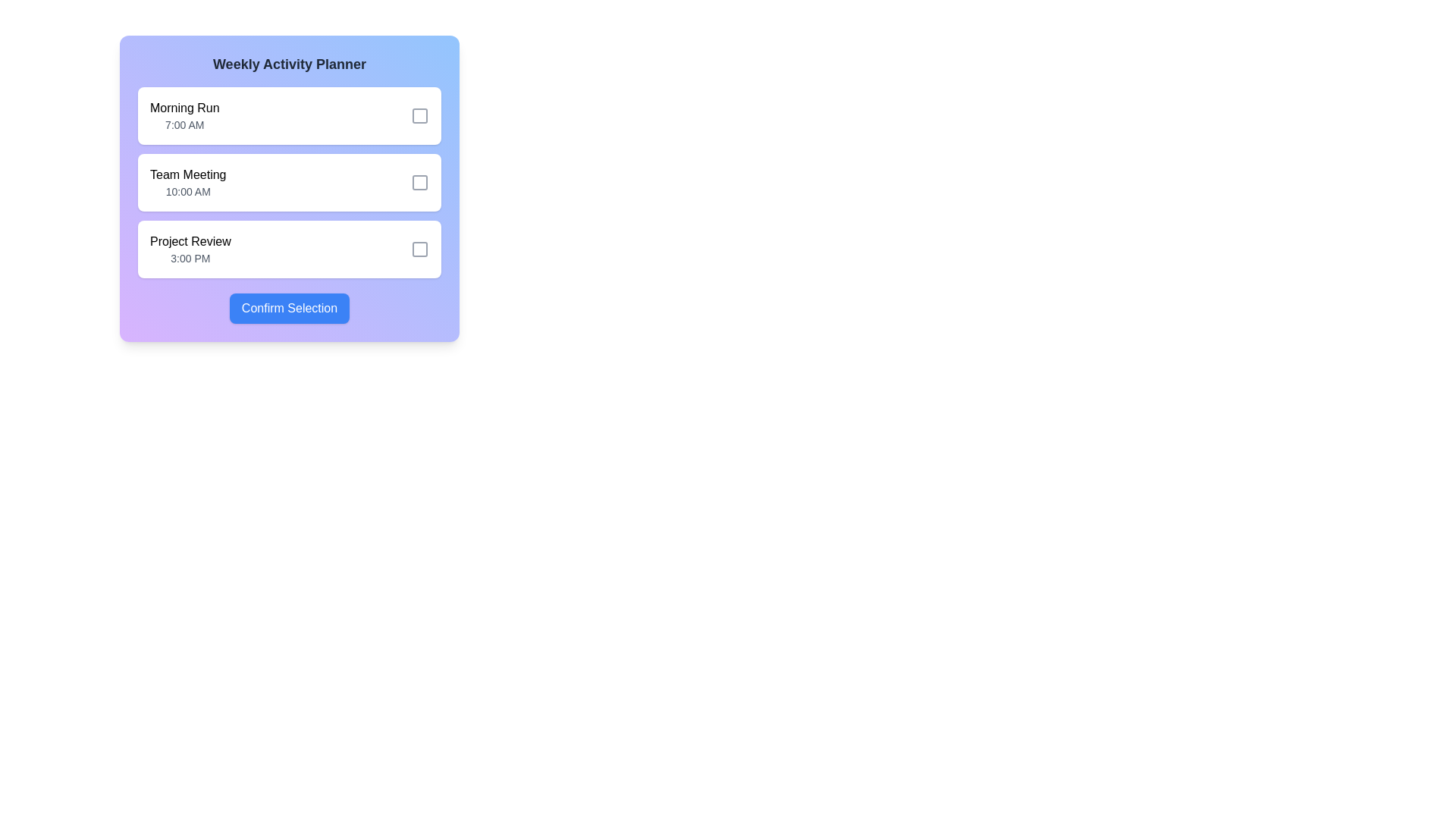 Image resolution: width=1456 pixels, height=819 pixels. Describe the element at coordinates (190, 241) in the screenshot. I see `the 'Project Review' text label which displays the title of a scheduled activity, located in the third row above the time slot '3:00 PM'` at that location.